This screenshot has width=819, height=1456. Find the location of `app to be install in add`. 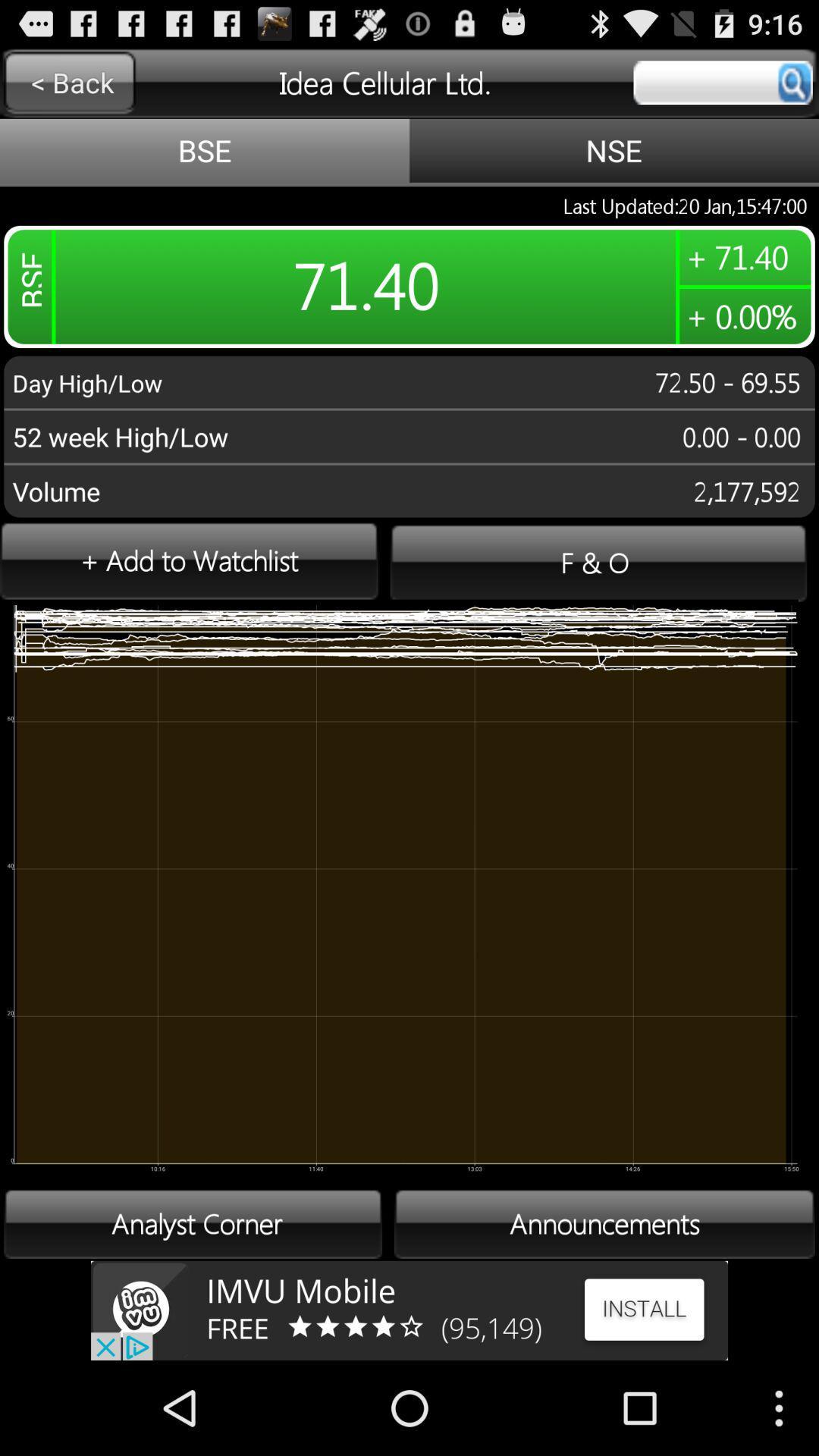

app to be install in add is located at coordinates (409, 1310).